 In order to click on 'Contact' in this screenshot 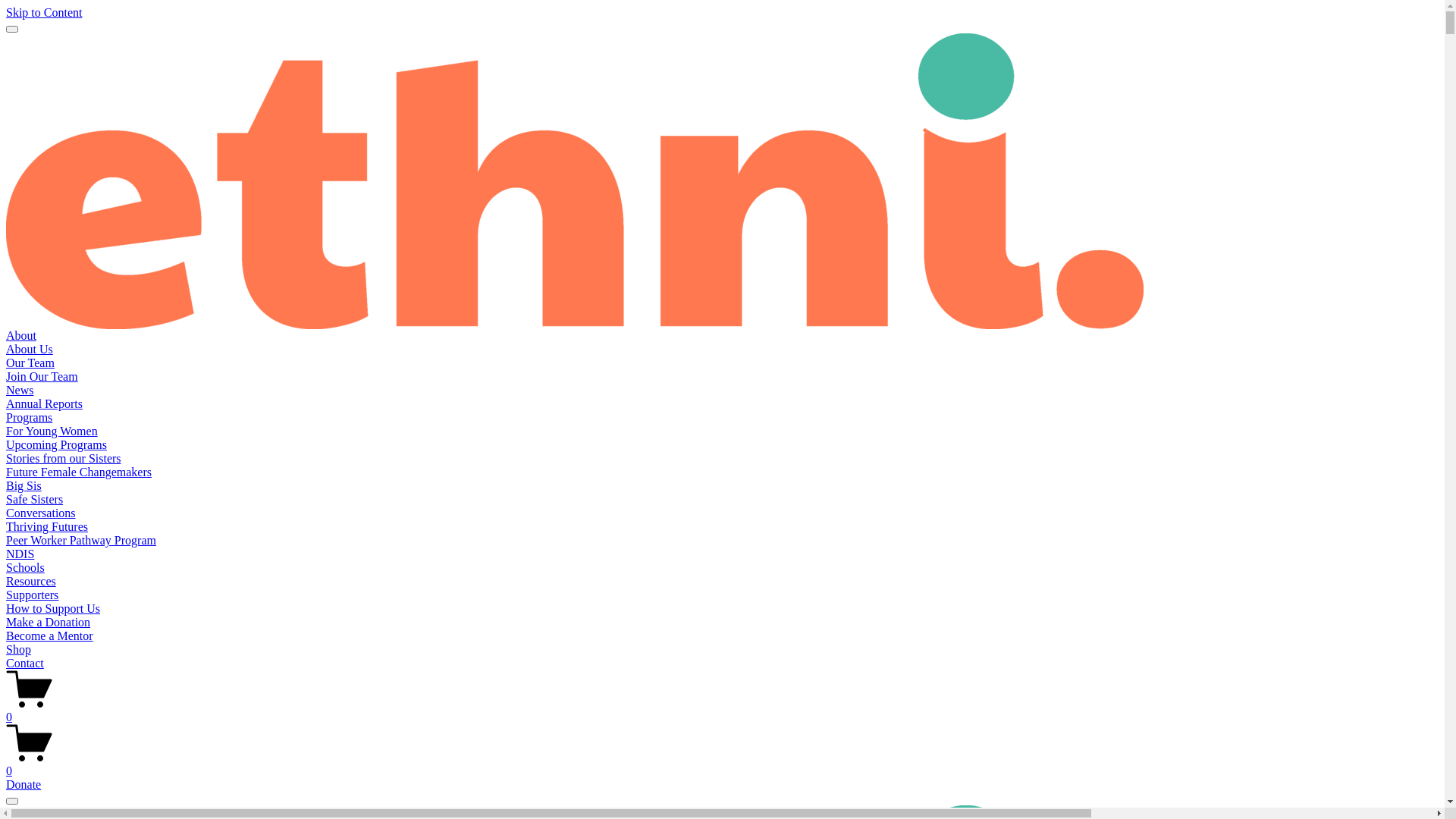, I will do `click(6, 662)`.